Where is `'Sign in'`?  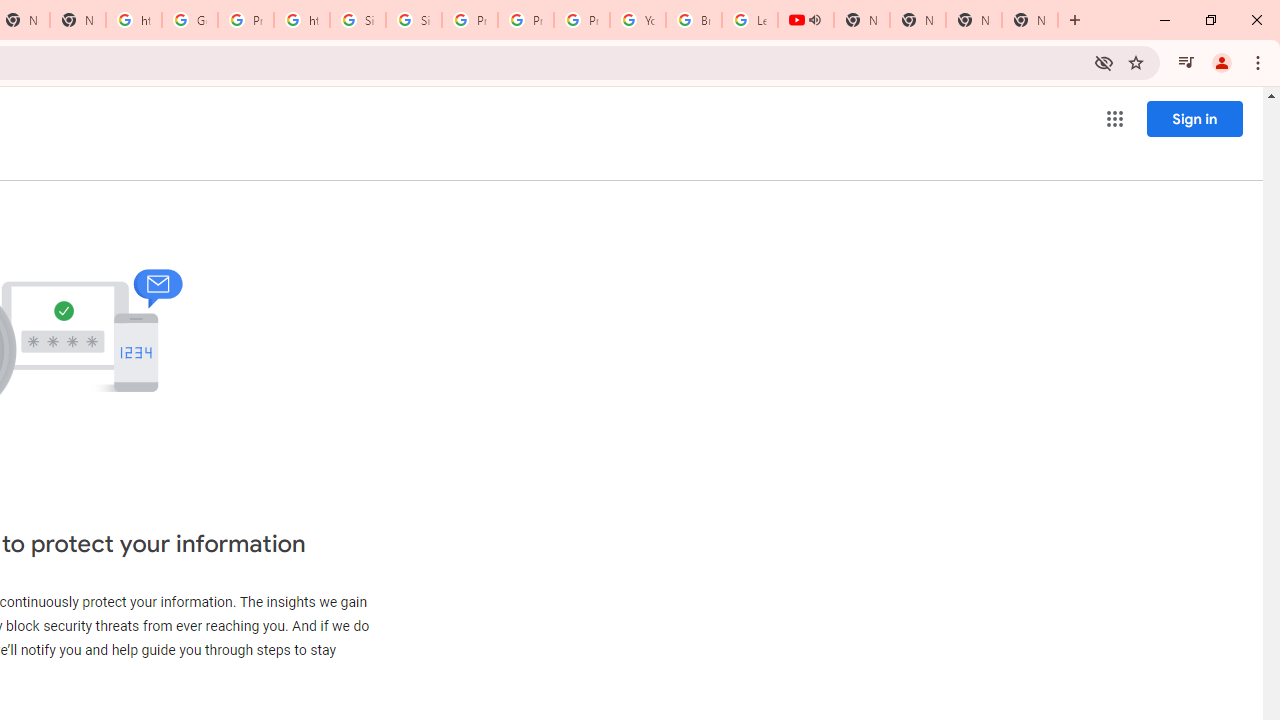
'Sign in' is located at coordinates (1194, 118).